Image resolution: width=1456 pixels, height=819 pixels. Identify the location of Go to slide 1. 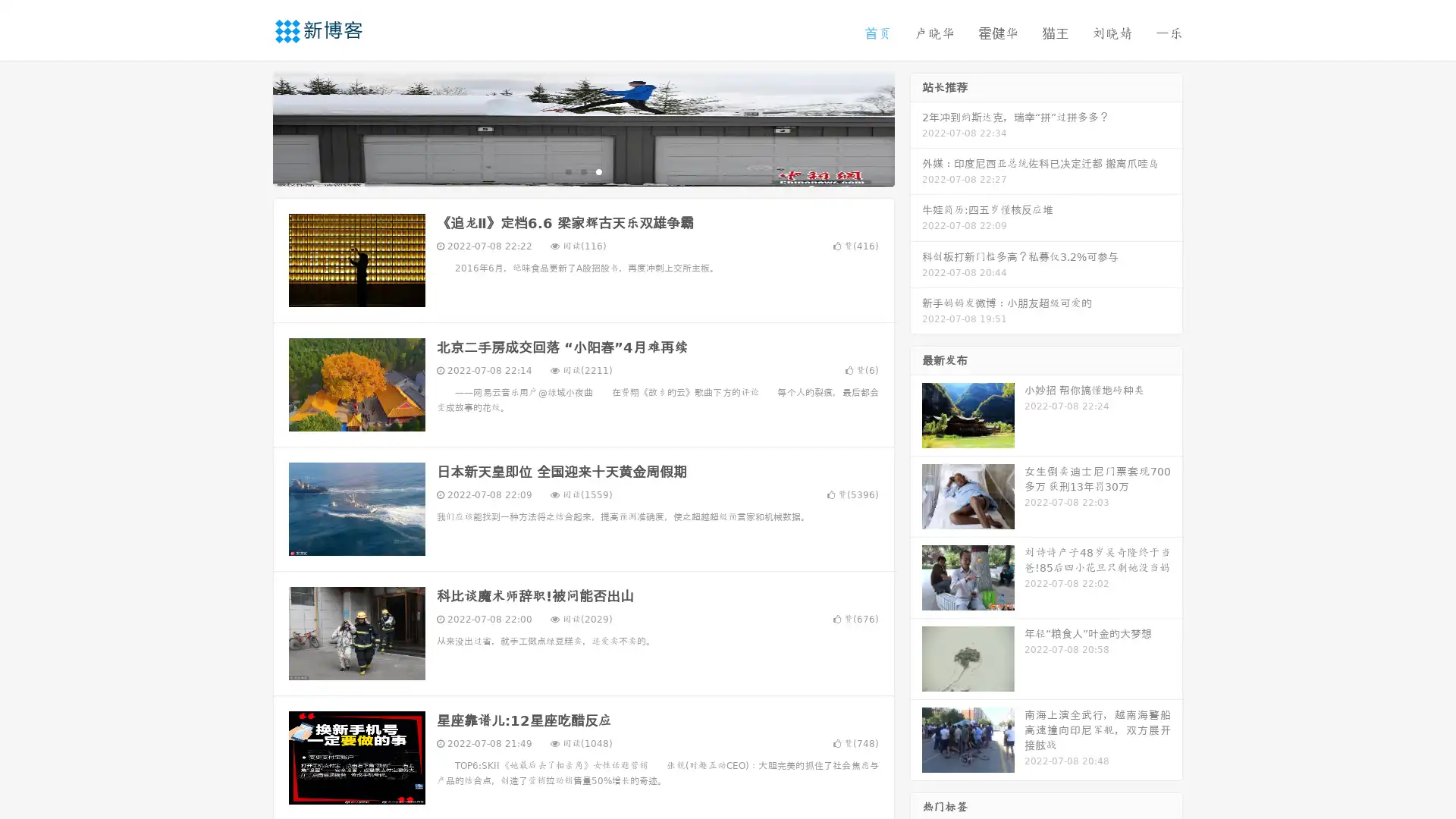
(567, 171).